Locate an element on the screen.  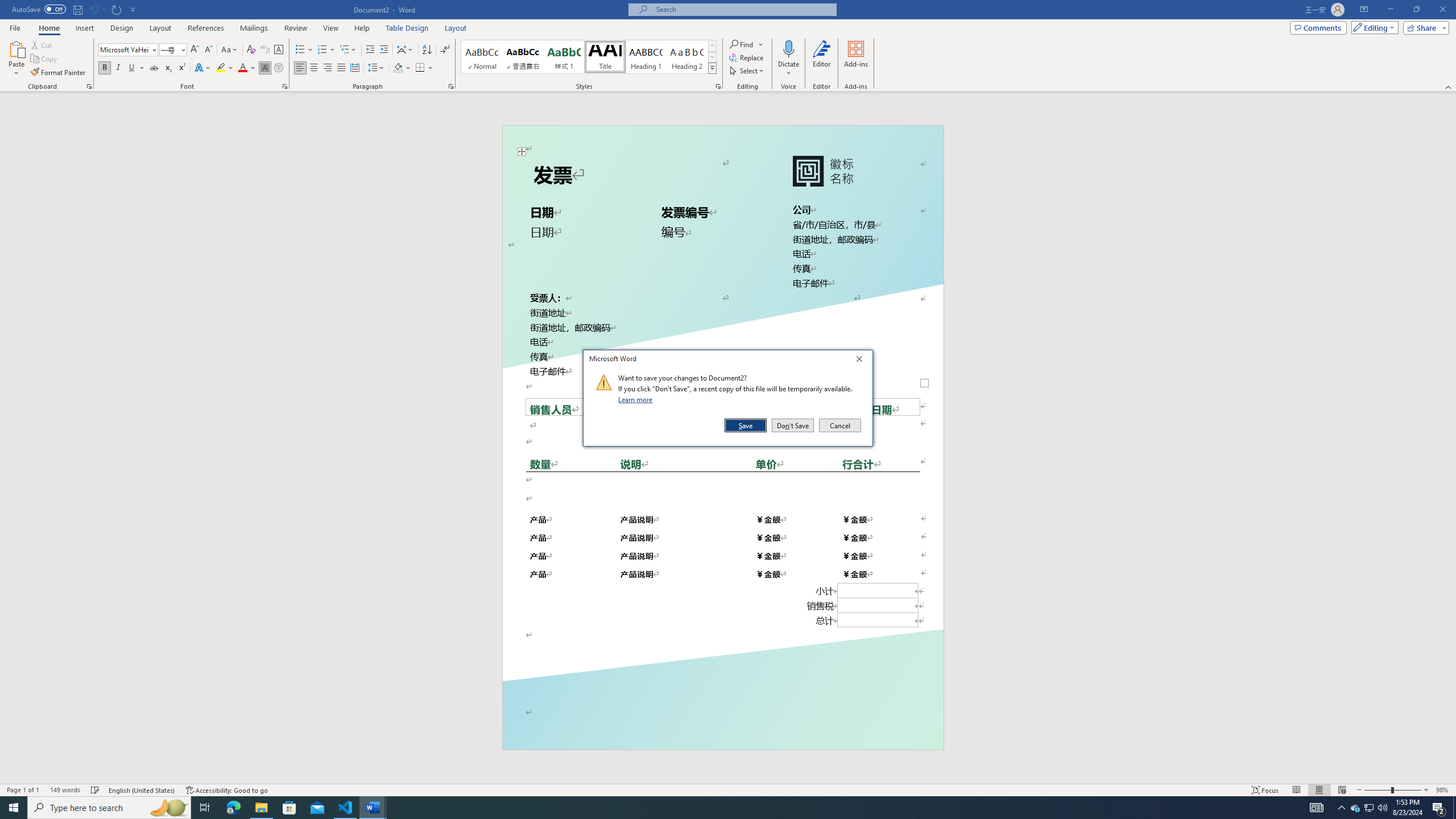
'Cut' is located at coordinates (42, 44).